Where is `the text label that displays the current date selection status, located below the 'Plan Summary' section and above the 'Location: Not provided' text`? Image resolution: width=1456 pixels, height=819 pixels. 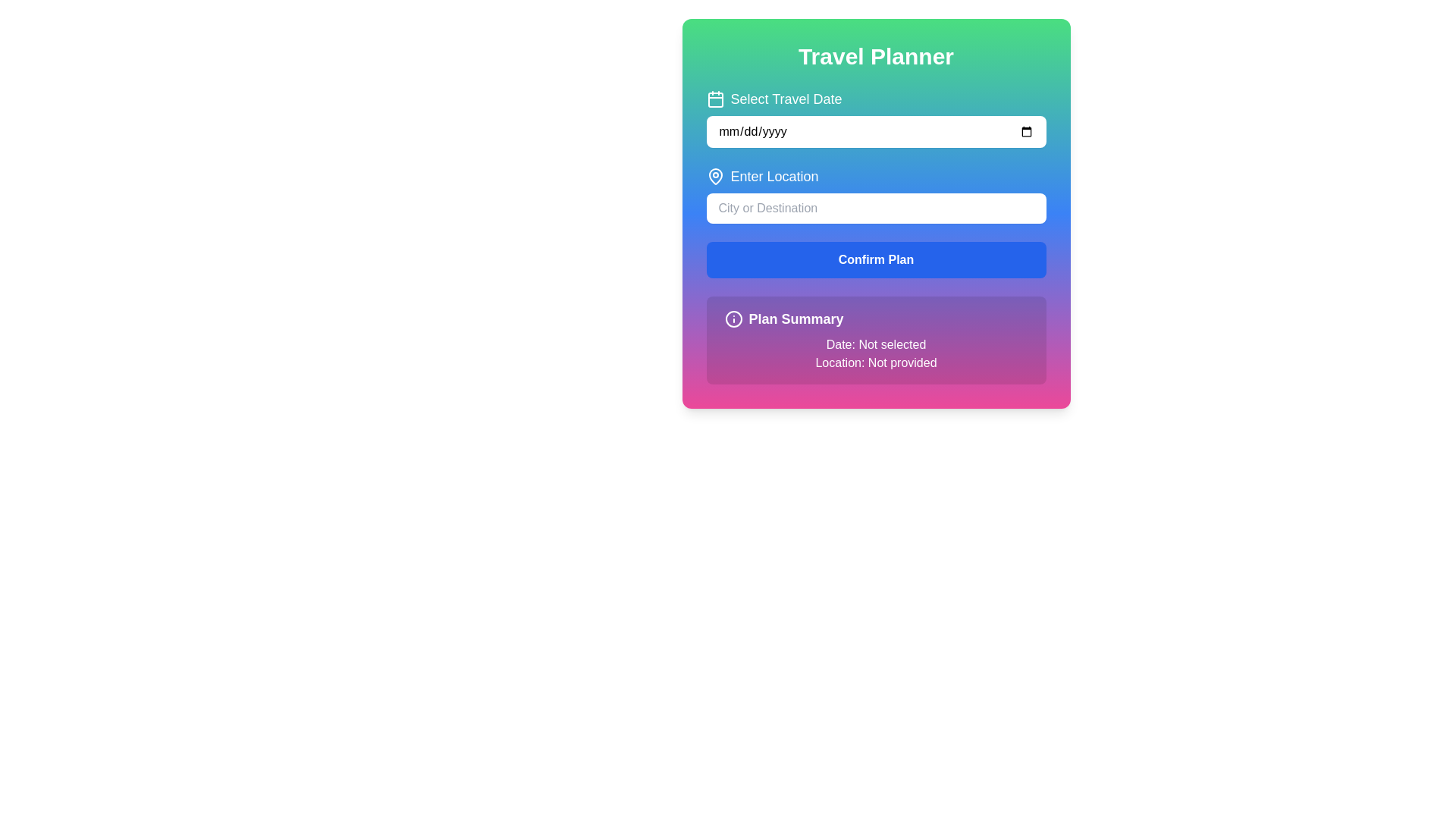
the text label that displays the current date selection status, located below the 'Plan Summary' section and above the 'Location: Not provided' text is located at coordinates (876, 345).